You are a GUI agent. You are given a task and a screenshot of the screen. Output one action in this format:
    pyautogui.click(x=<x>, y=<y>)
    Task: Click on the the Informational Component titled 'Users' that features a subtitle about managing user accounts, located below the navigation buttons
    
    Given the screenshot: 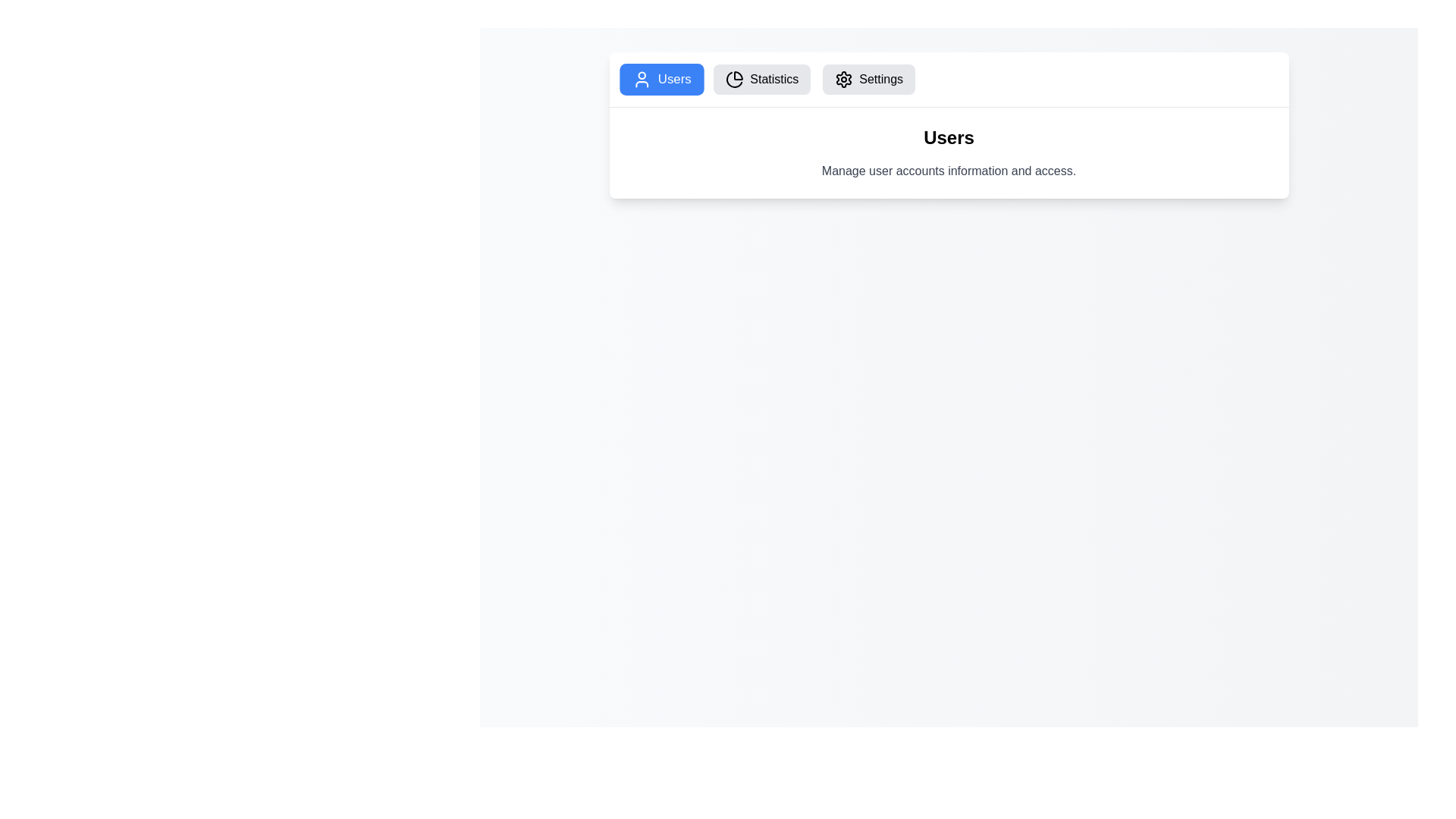 What is the action you would take?
    pyautogui.click(x=948, y=152)
    